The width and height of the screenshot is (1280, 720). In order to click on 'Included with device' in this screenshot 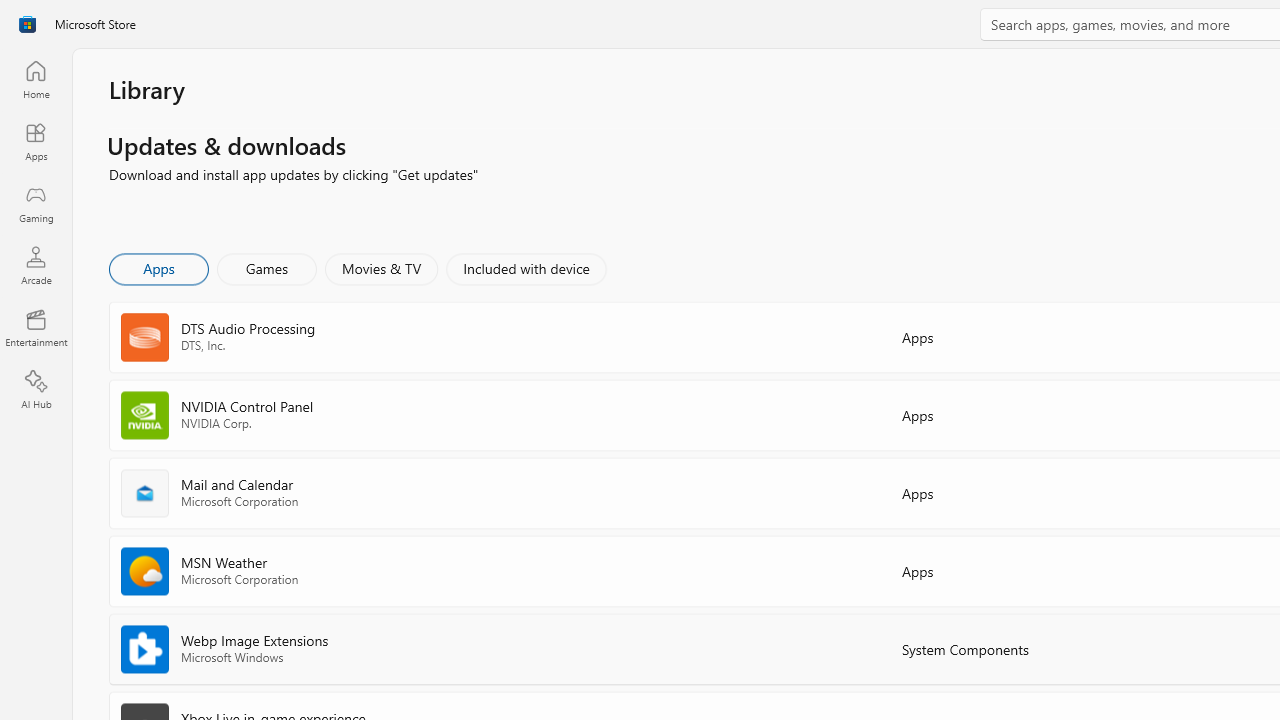, I will do `click(525, 267)`.